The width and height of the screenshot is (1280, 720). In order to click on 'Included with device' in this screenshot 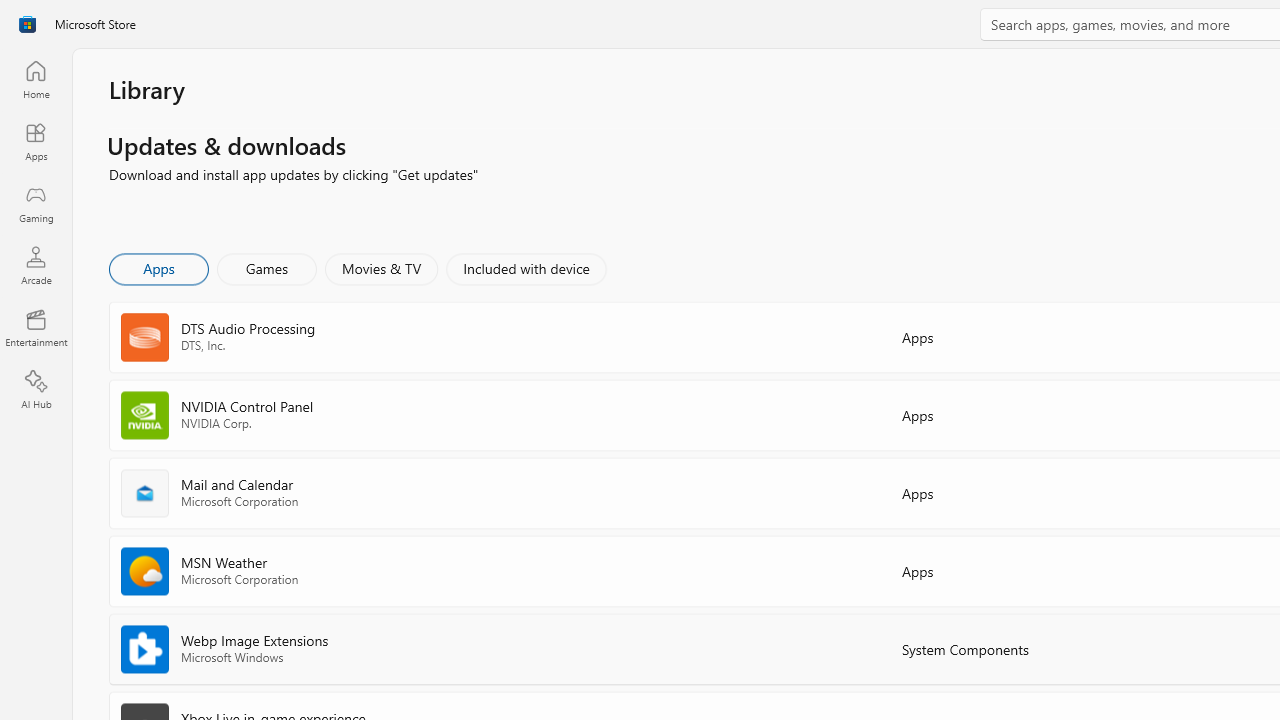, I will do `click(525, 267)`.